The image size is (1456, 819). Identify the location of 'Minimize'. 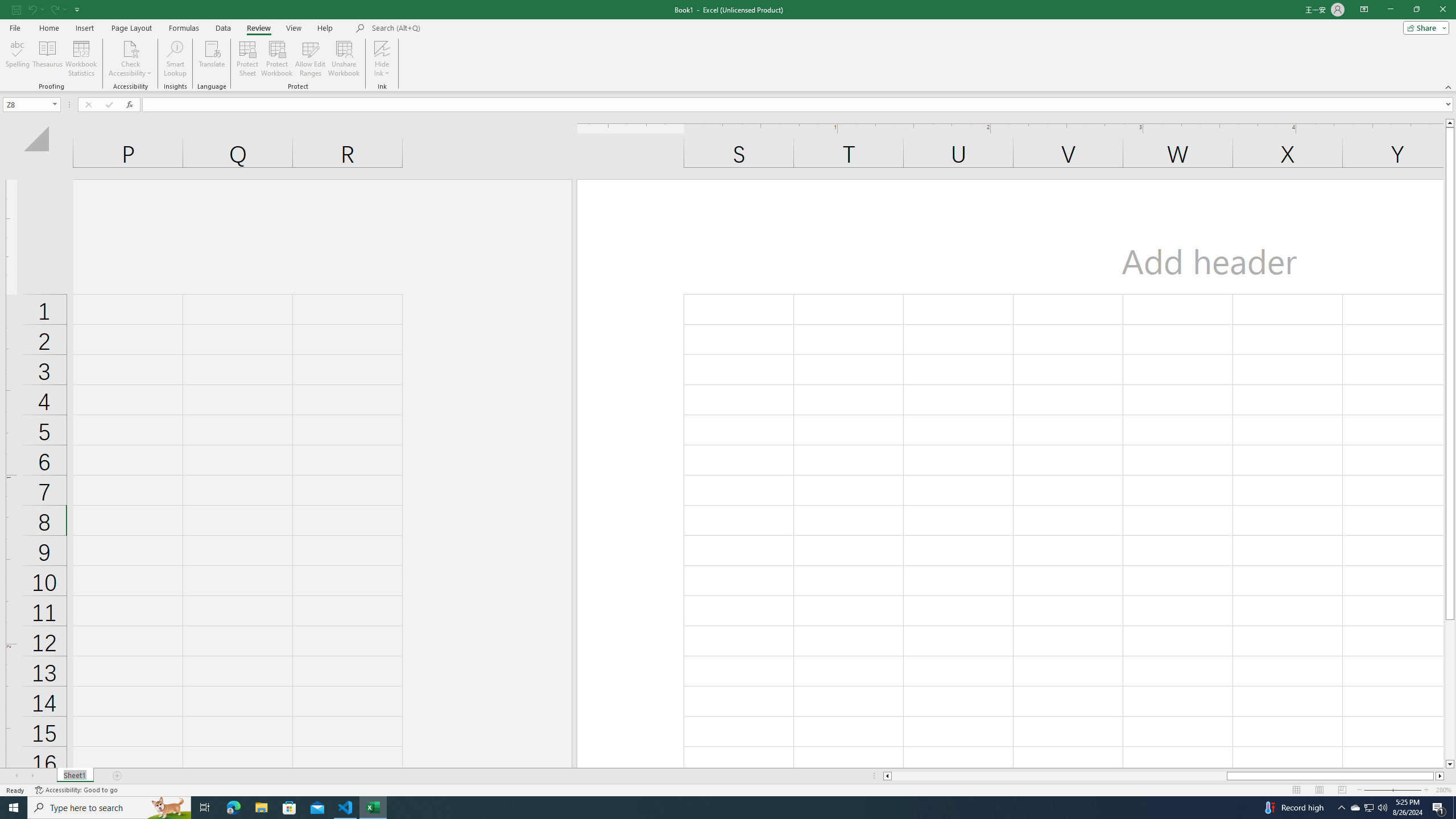
(1389, 9).